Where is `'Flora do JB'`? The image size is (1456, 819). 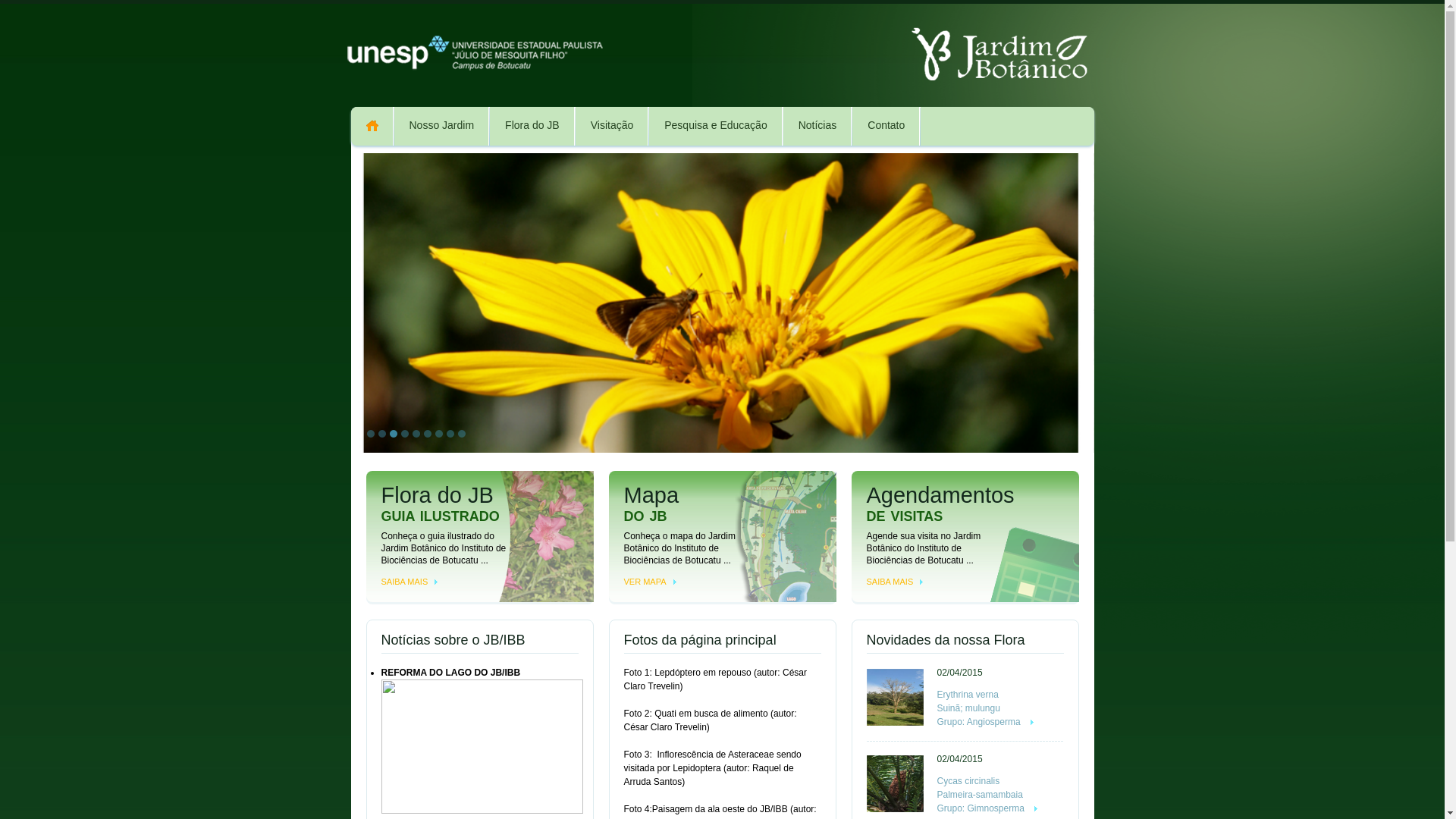
'Flora do JB' is located at coordinates (532, 125).